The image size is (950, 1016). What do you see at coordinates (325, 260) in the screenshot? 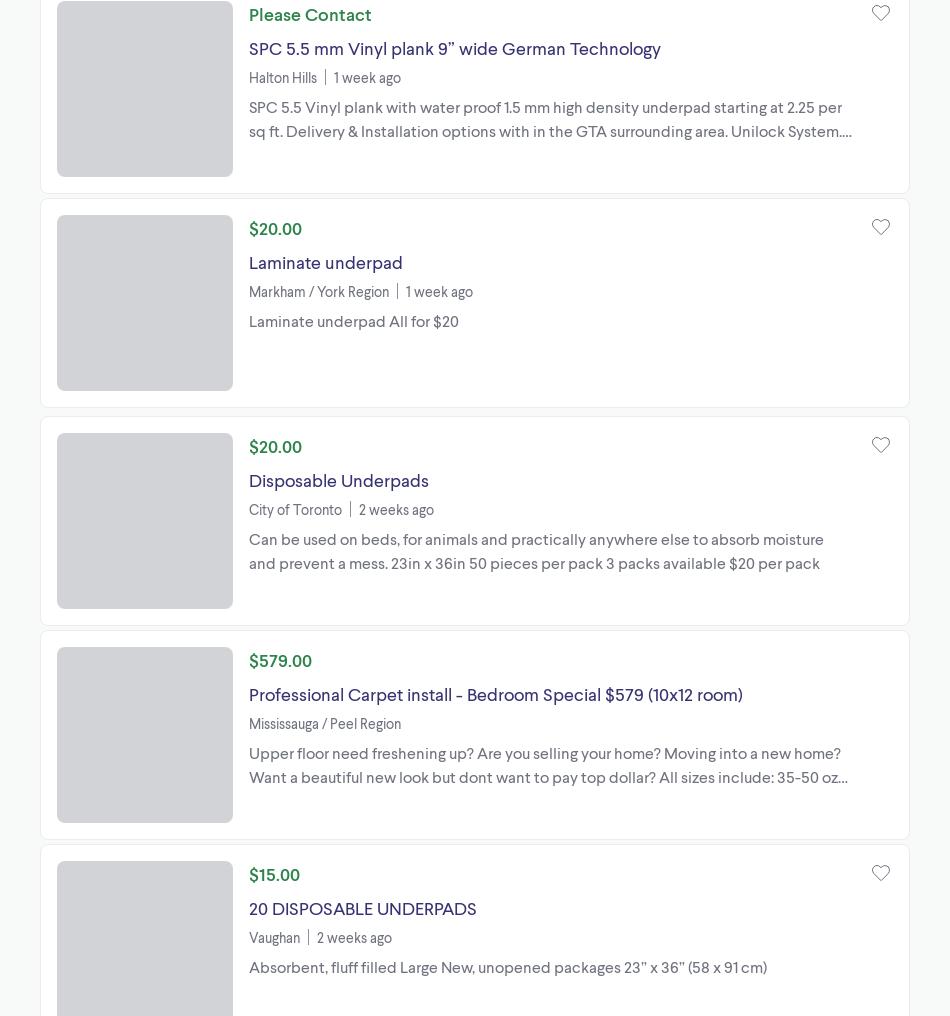
I see `'Laminate underpad'` at bounding box center [325, 260].